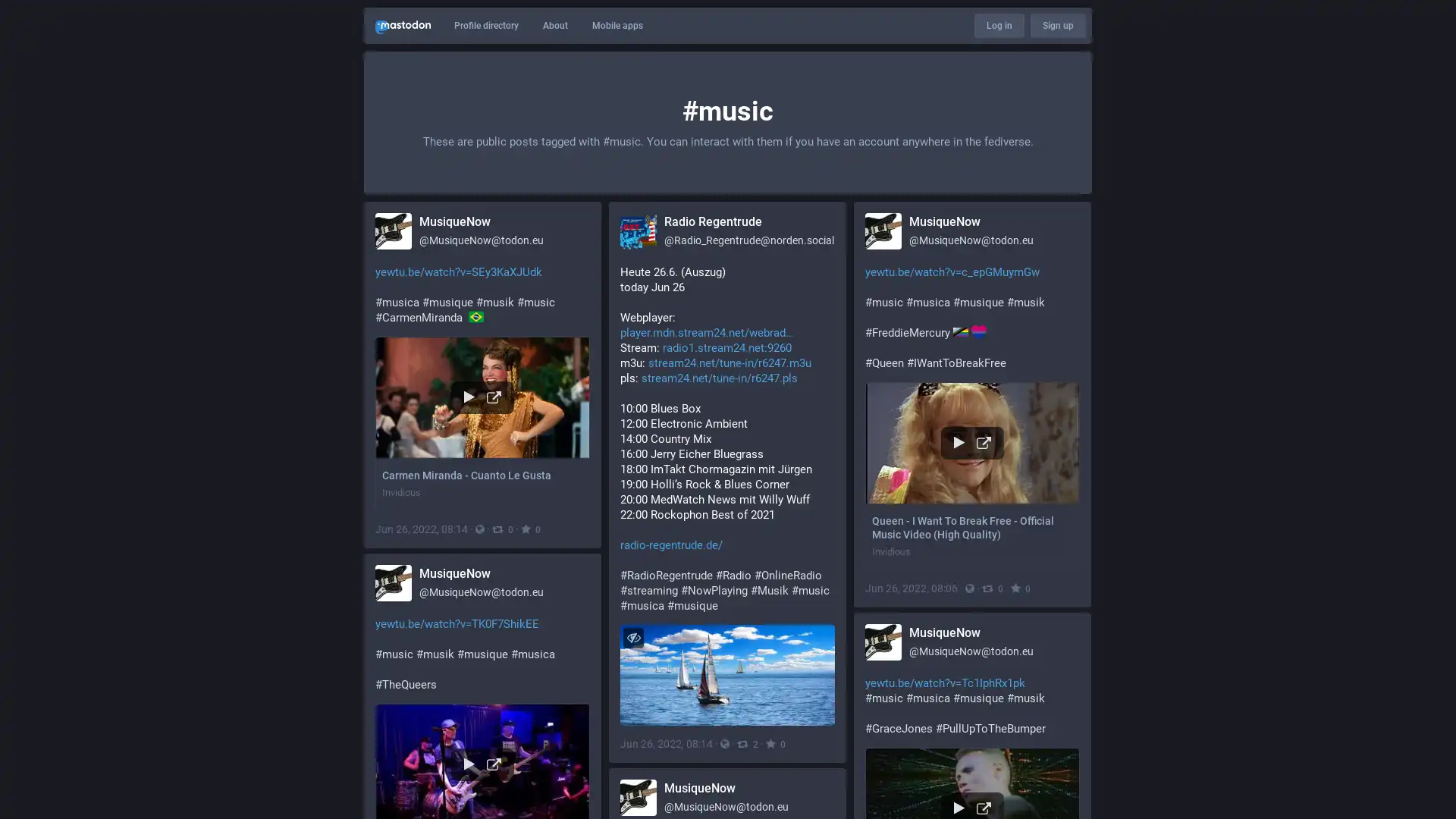 Image resolution: width=1456 pixels, height=819 pixels. What do you see at coordinates (972, 475) in the screenshot?
I see `Queen - I Want To Break Free - Official Music Video (High Quality) Invidious` at bounding box center [972, 475].